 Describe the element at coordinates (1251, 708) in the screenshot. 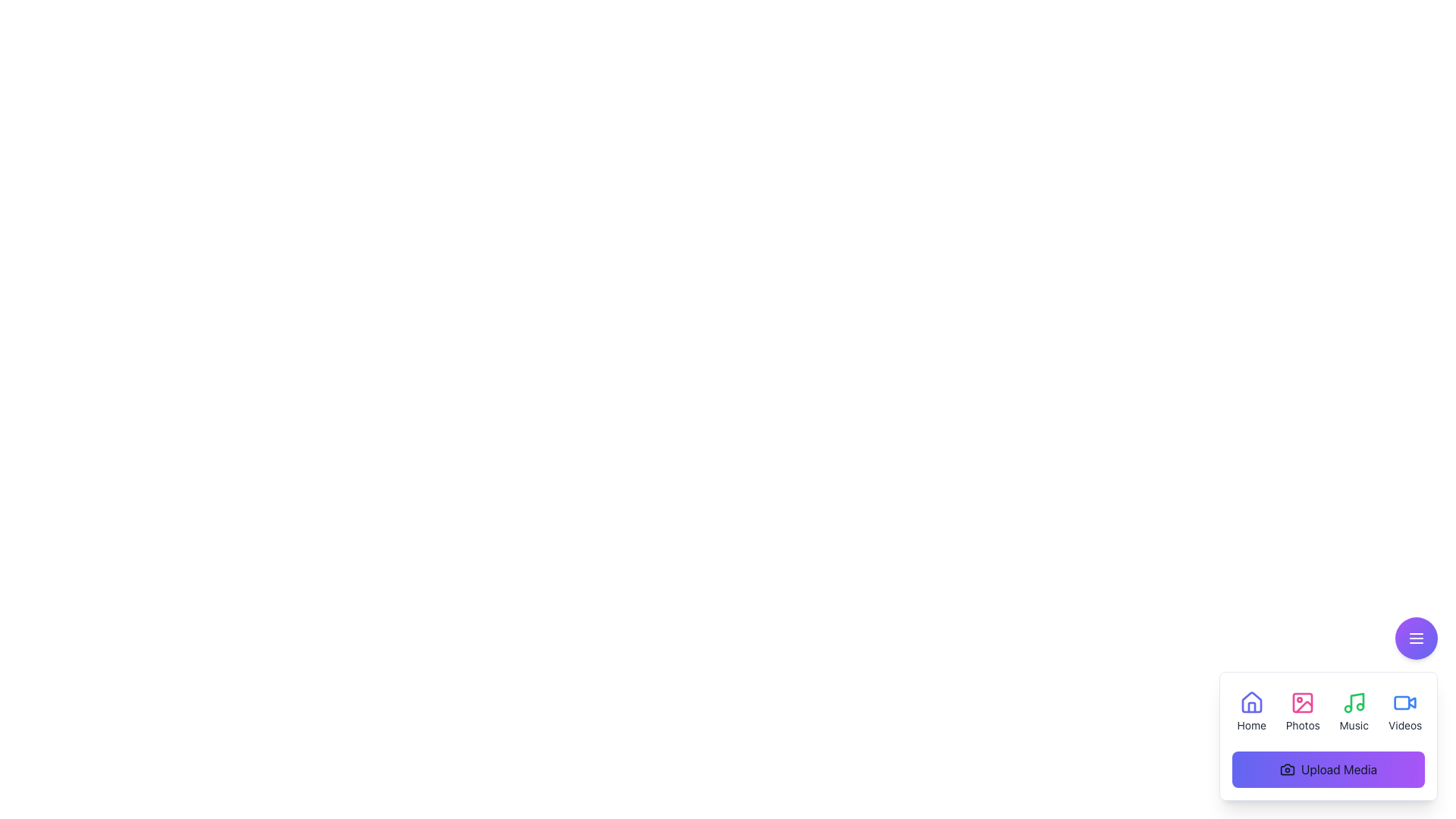

I see `the door element of the house icon, which is represented by a vertical rectangle styled with a thin indigo stroke, located at the bottom-right corner of the interface` at that location.